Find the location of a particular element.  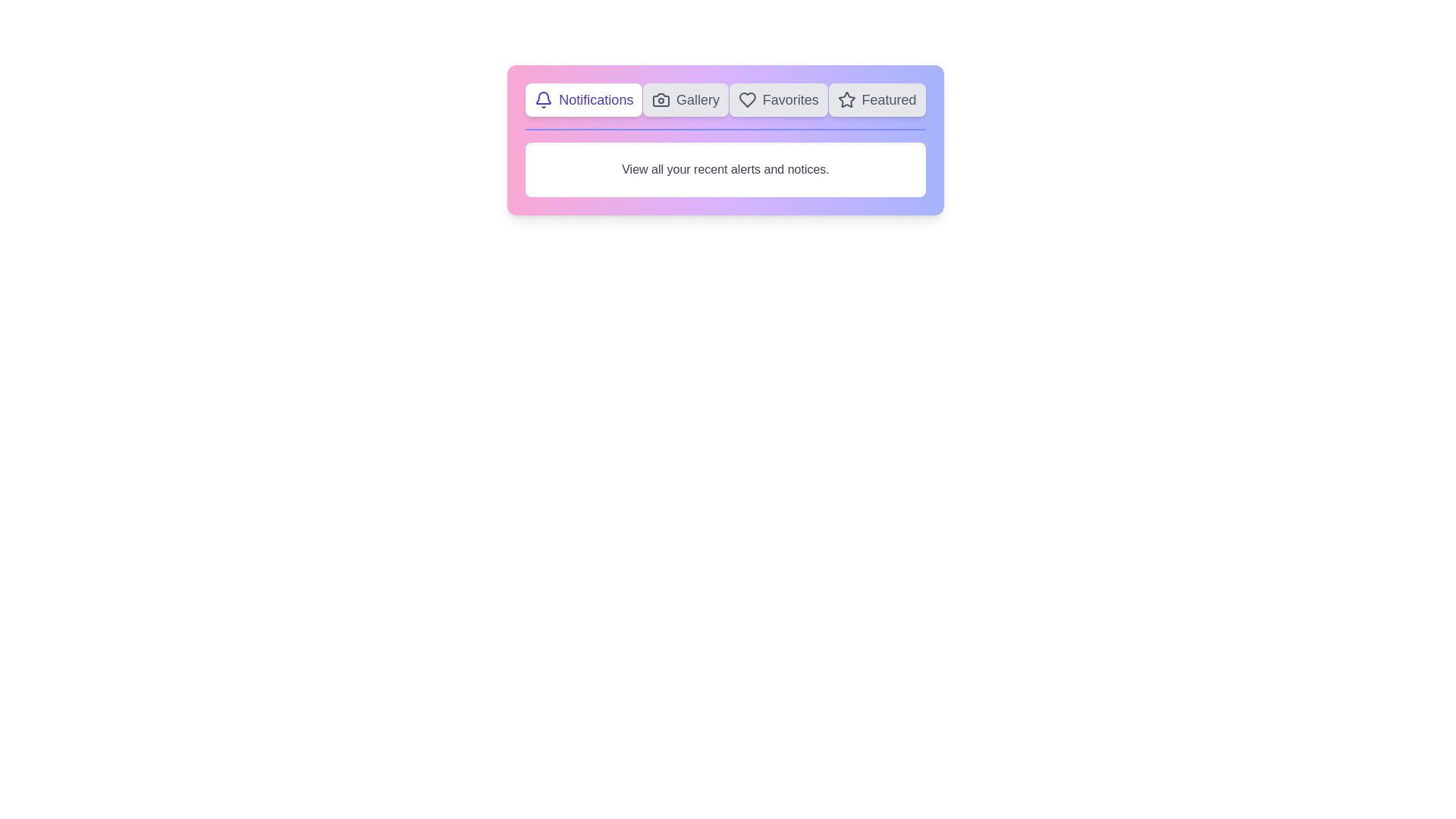

the Featured tab by clicking on its button is located at coordinates (877, 99).